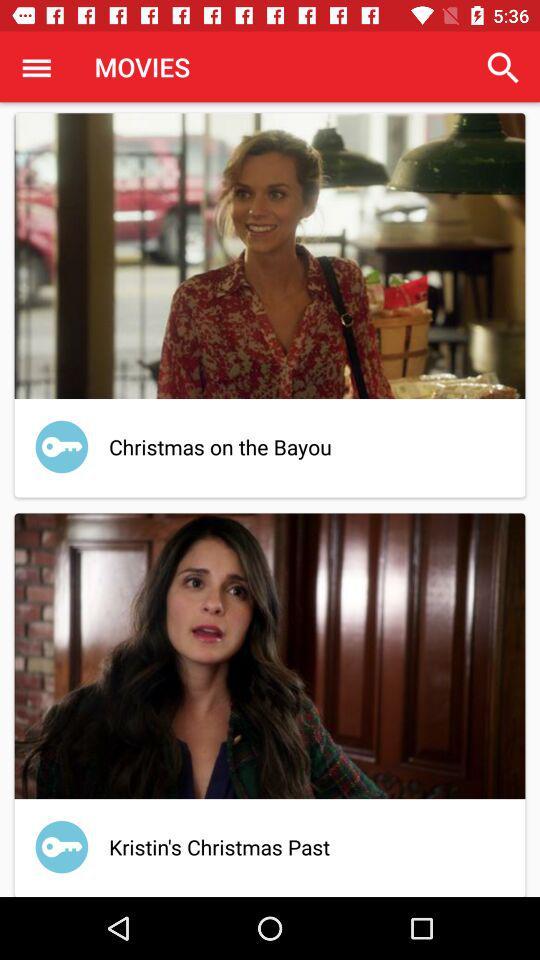  I want to click on the key symbol, so click(61, 846).